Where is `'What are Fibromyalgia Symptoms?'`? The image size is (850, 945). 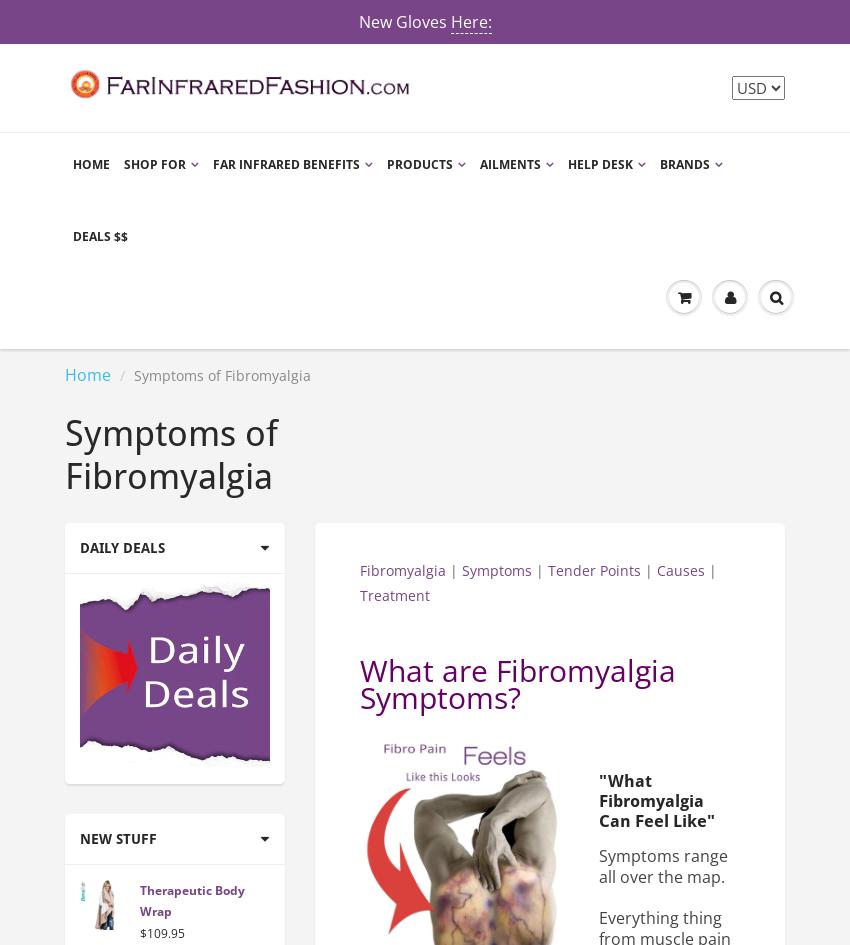 'What are Fibromyalgia Symptoms?' is located at coordinates (516, 683).